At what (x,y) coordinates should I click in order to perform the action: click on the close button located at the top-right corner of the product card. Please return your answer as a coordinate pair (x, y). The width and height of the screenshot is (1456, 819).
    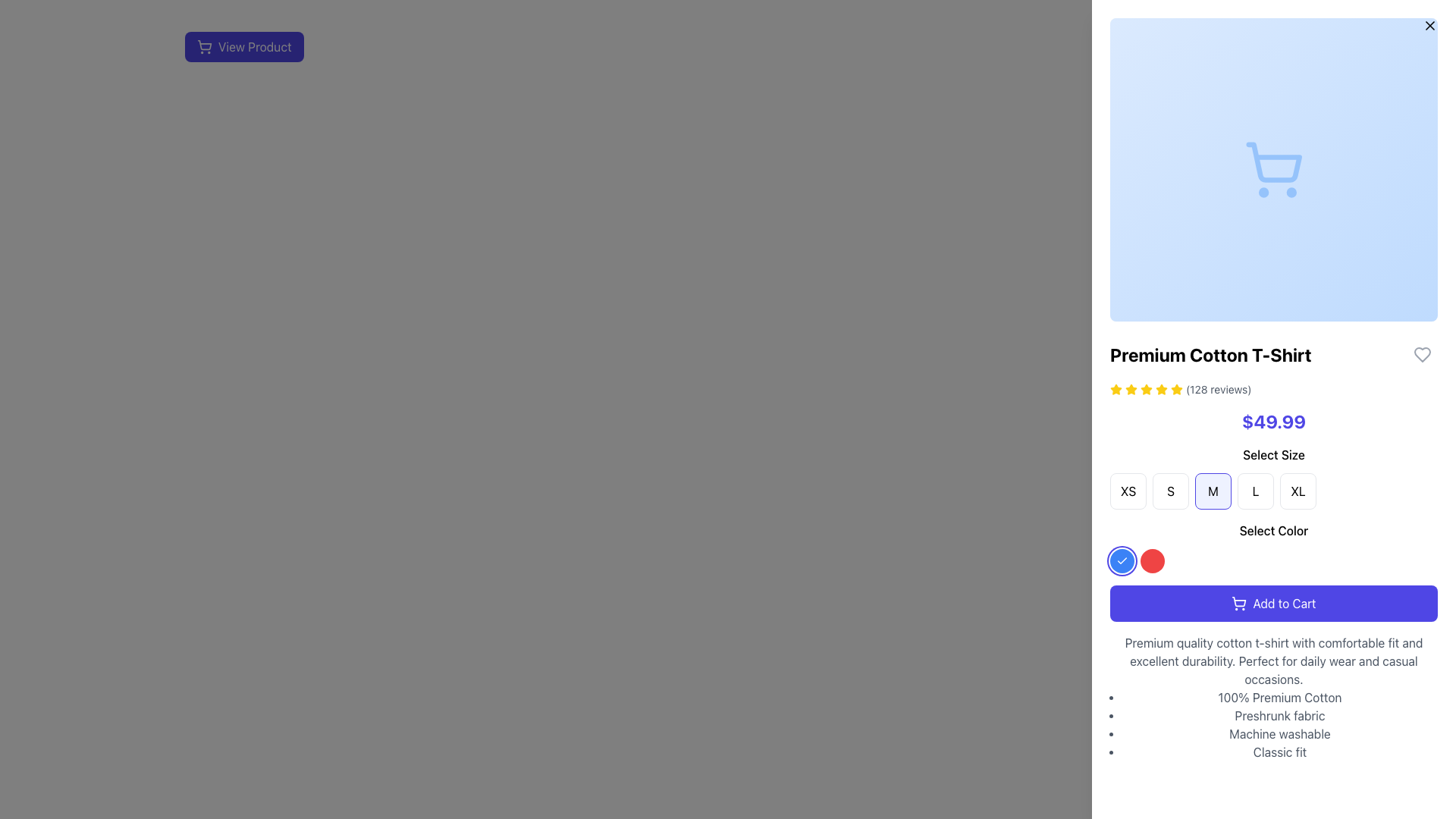
    Looking at the image, I should click on (1429, 26).